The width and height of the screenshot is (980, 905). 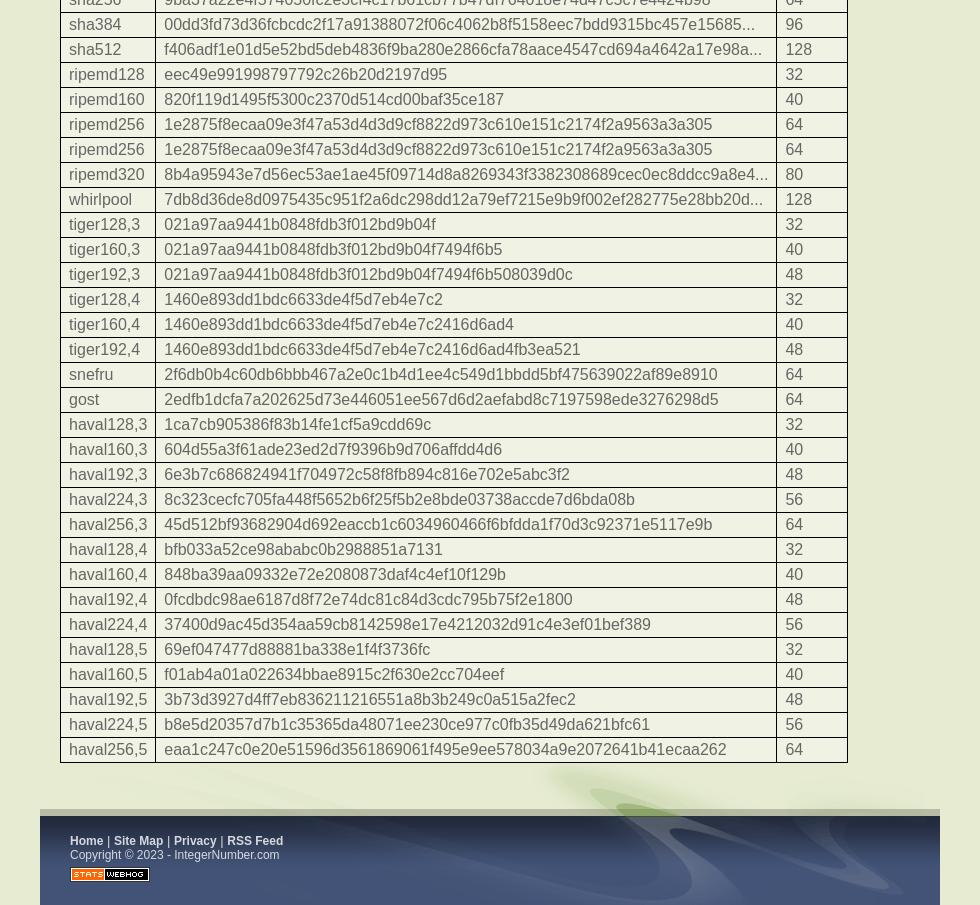 What do you see at coordinates (83, 399) in the screenshot?
I see `'gost'` at bounding box center [83, 399].